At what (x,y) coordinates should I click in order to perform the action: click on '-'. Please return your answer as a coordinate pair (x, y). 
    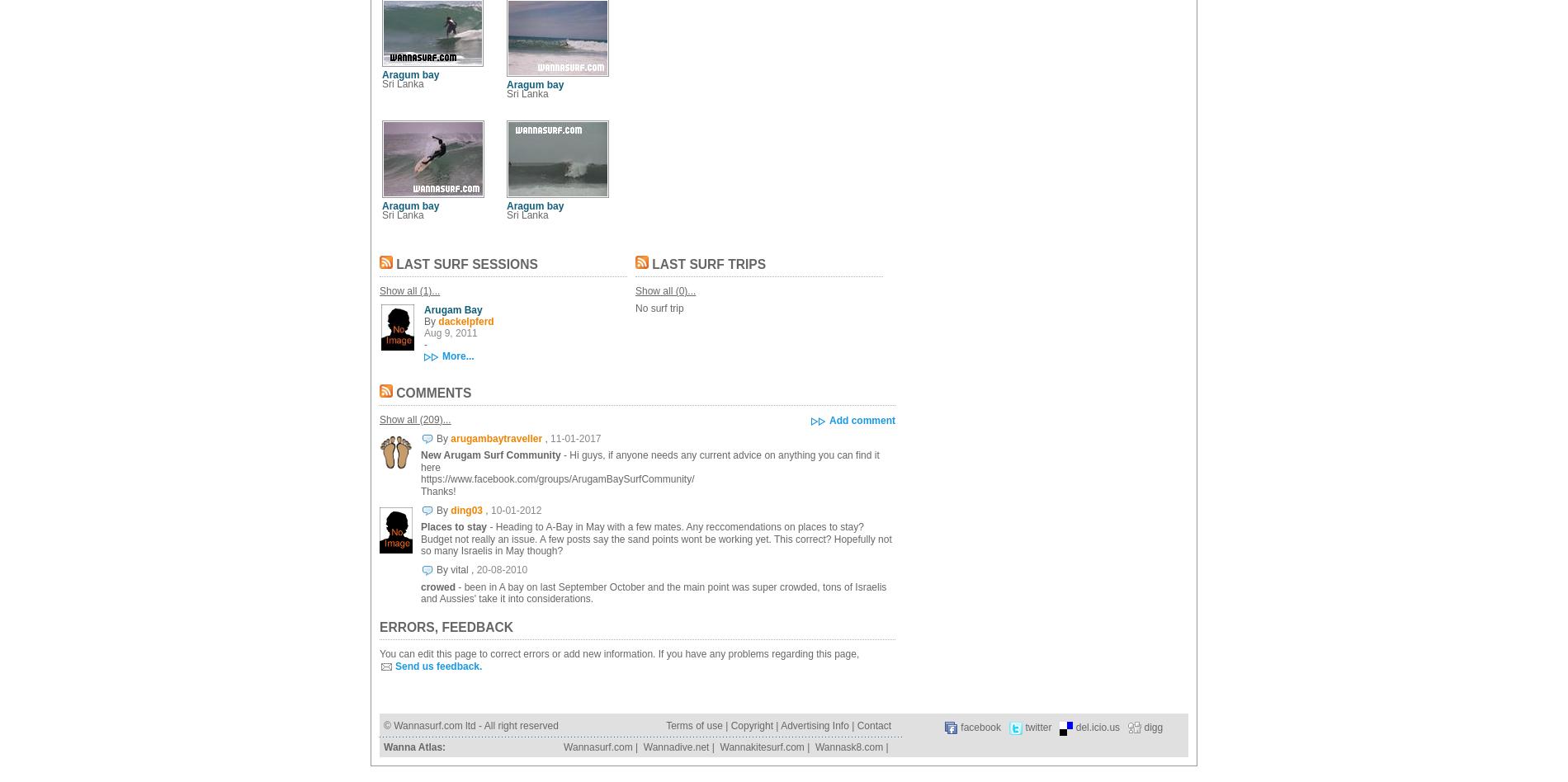
    Looking at the image, I should click on (423, 343).